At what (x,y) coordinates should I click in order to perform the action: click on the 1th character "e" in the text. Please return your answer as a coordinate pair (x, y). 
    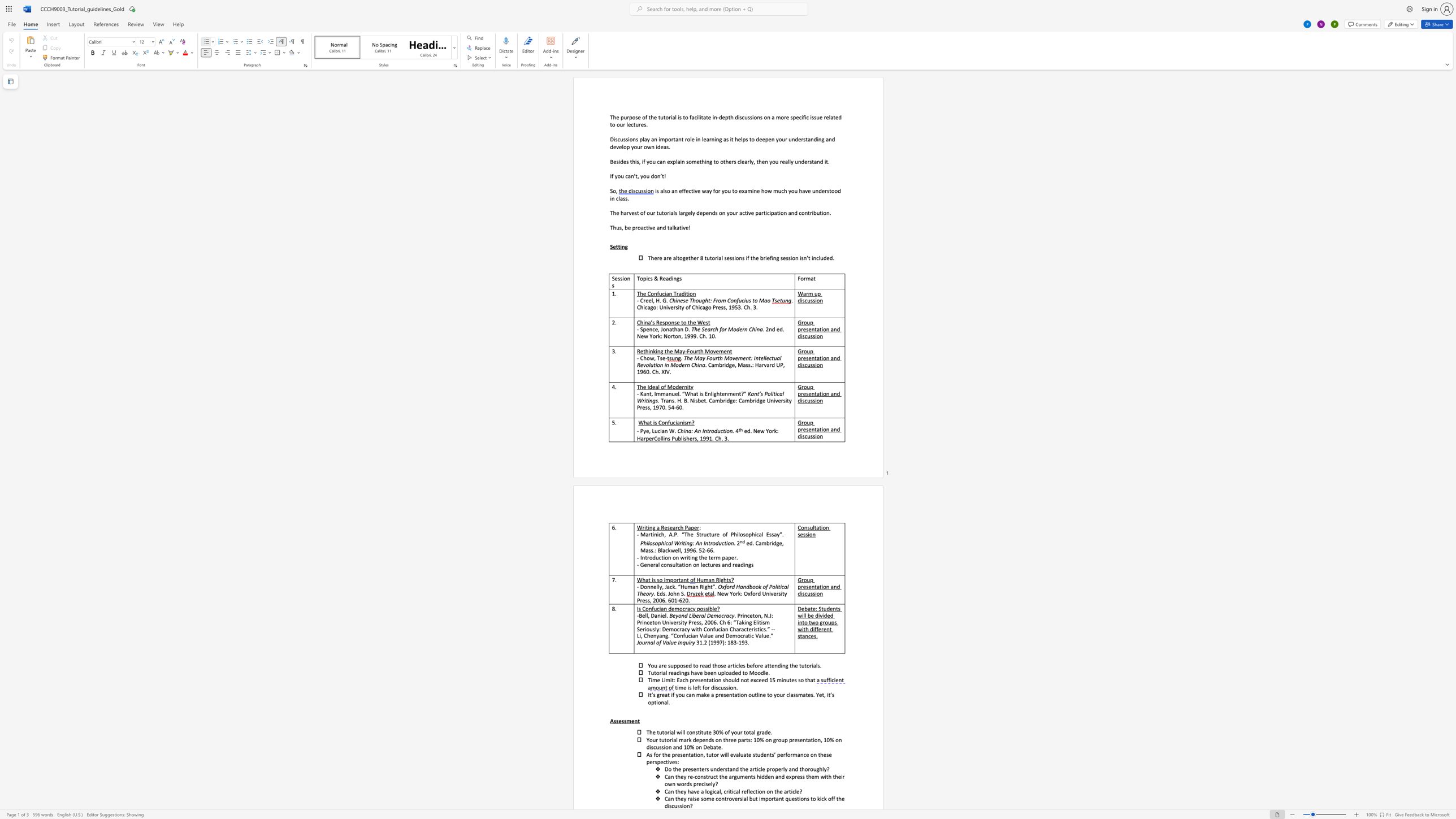
    Looking at the image, I should click on (664, 278).